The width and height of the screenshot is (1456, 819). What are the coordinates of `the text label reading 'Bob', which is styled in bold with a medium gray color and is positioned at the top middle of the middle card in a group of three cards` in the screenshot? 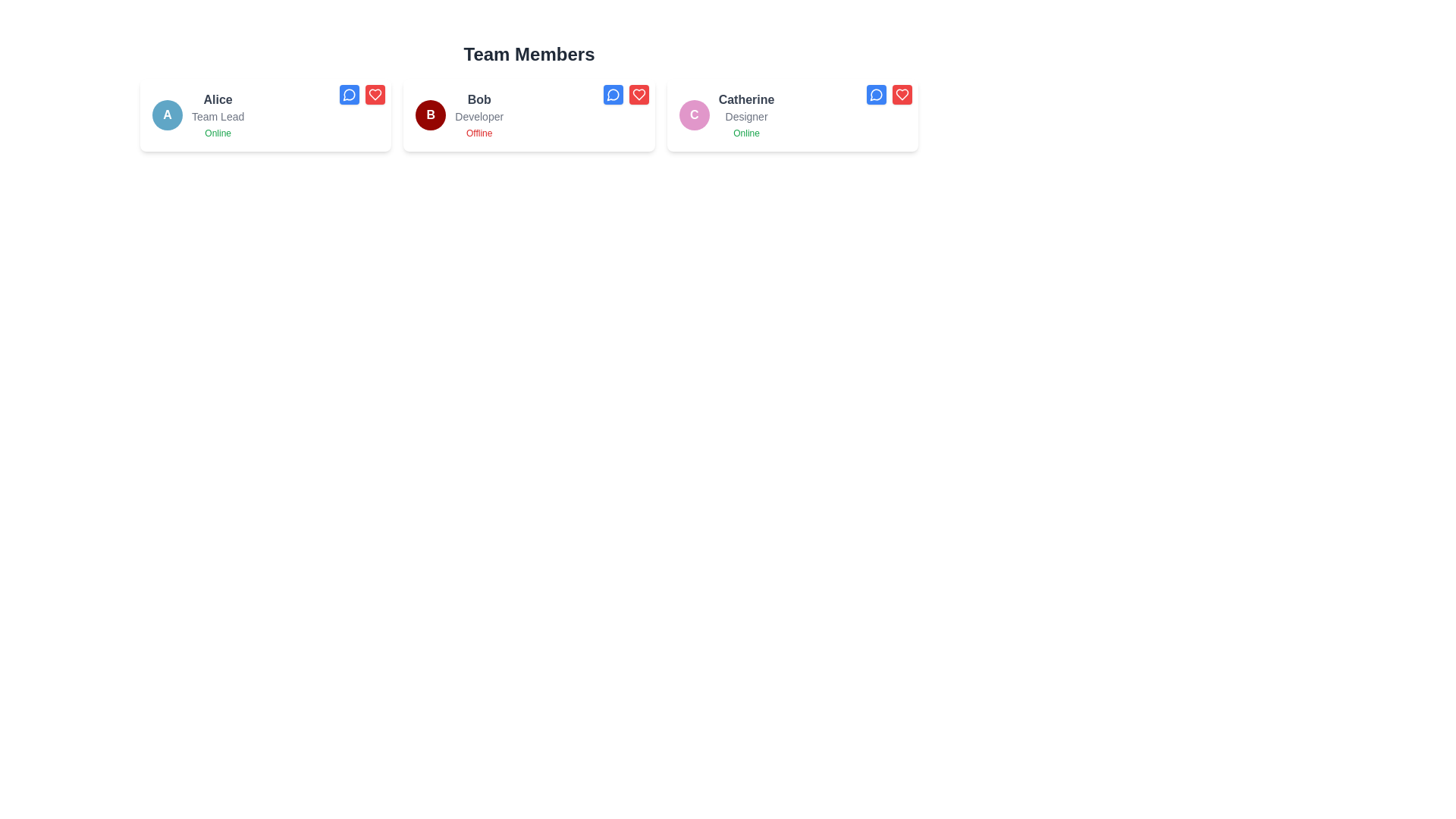 It's located at (479, 99).